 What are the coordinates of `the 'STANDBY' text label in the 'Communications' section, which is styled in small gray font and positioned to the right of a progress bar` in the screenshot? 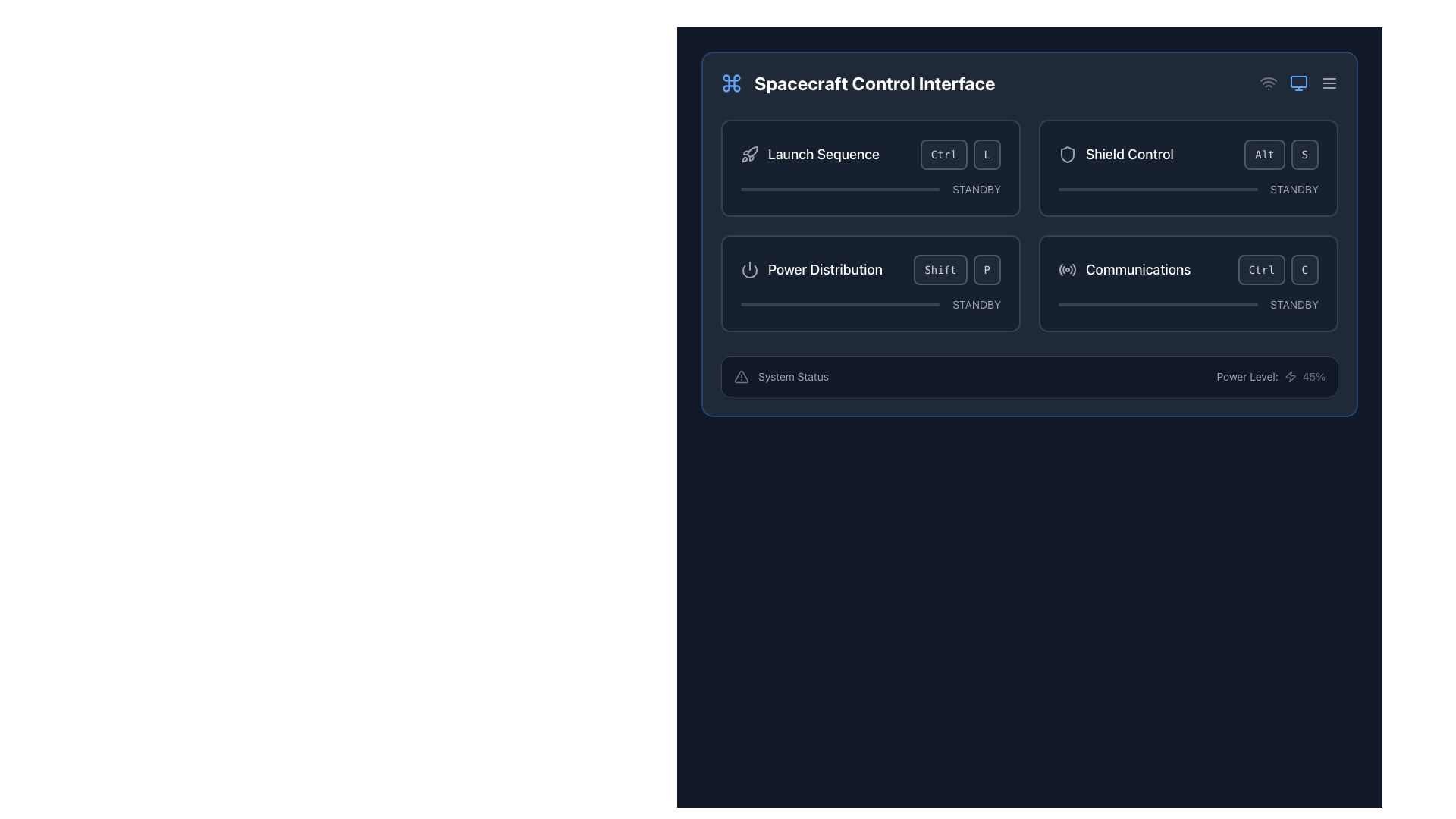 It's located at (1294, 304).